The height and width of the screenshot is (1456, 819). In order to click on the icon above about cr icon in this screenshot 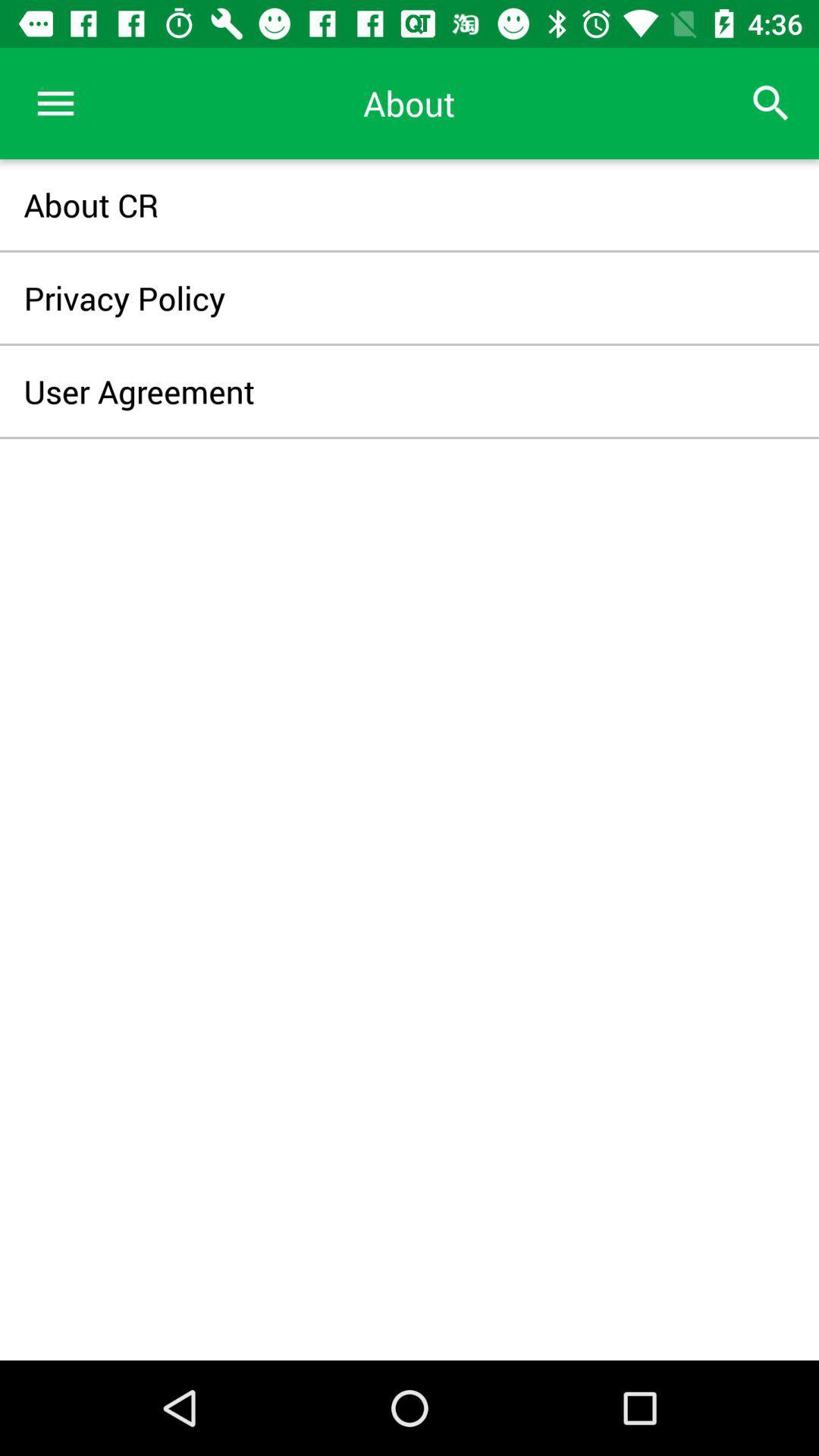, I will do `click(55, 102)`.